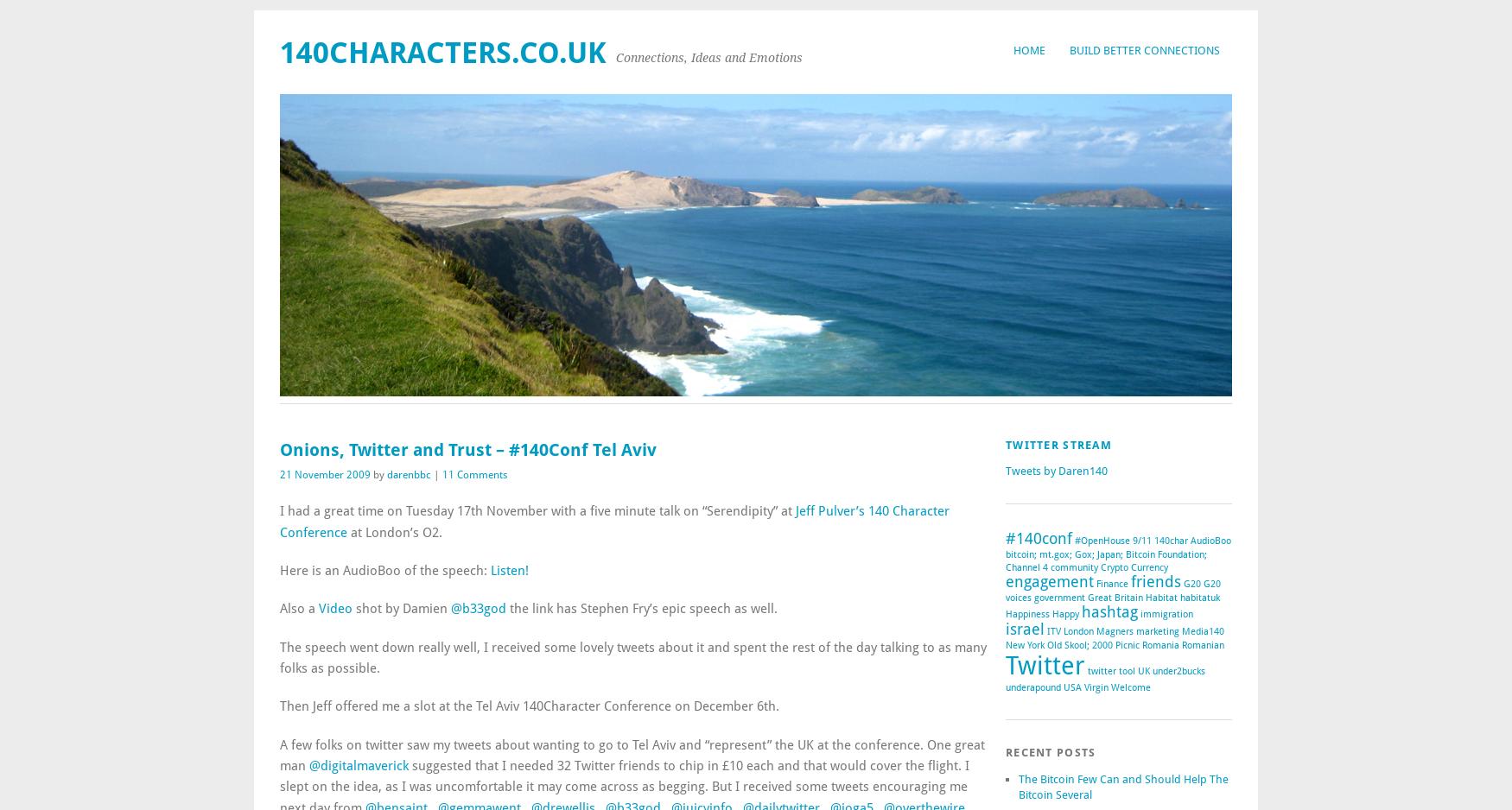 The height and width of the screenshot is (810, 1512). I want to click on 'at London’s O2.', so click(394, 531).